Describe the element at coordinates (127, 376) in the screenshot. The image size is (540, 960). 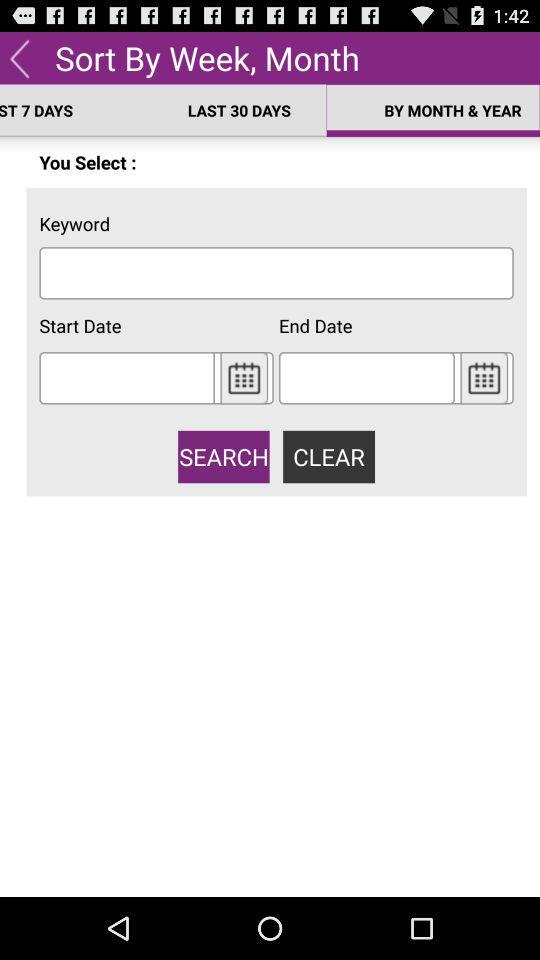
I see `the start date` at that location.